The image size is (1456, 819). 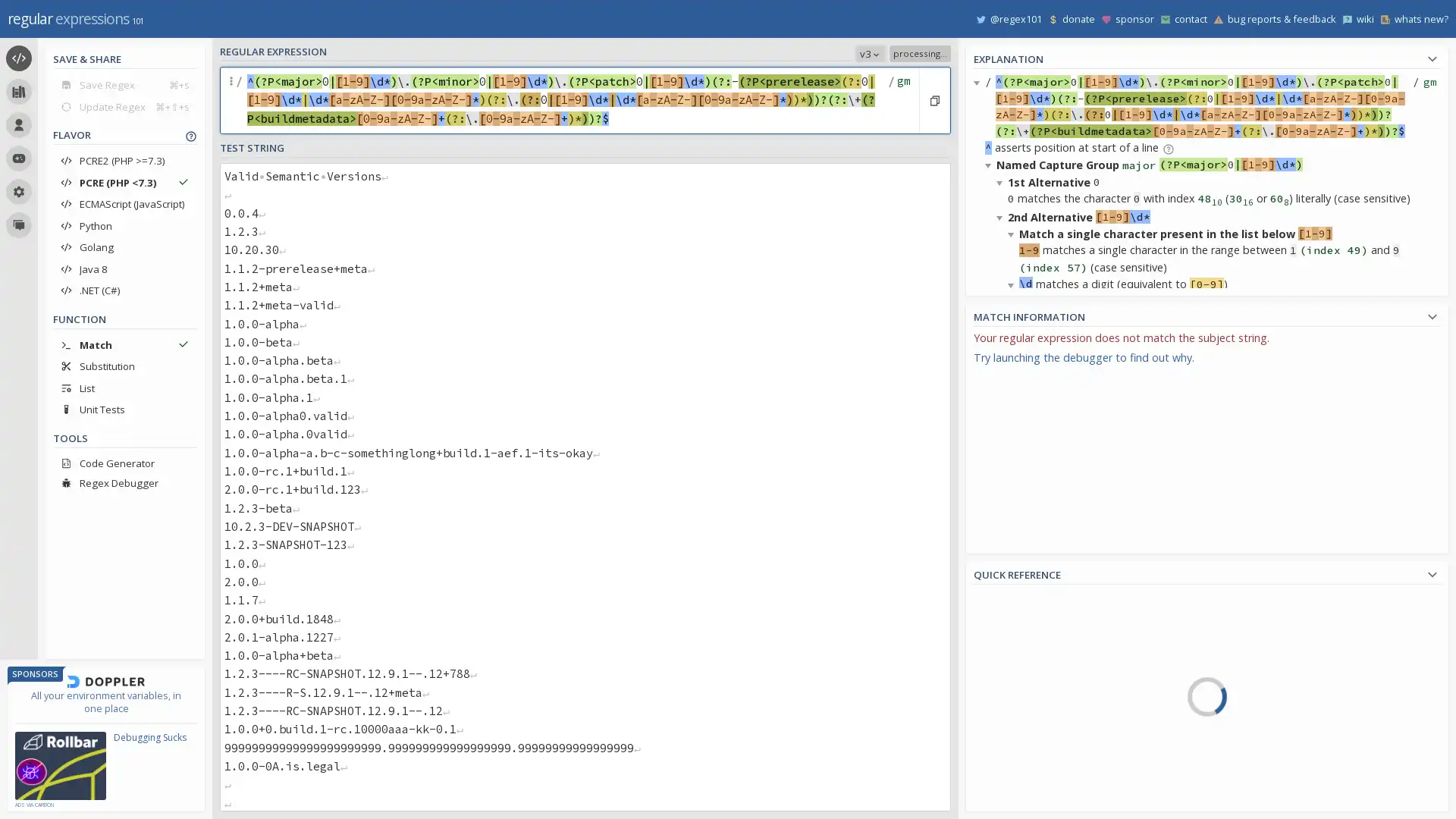 I want to click on Anchors, so click(x=1044, y=694).